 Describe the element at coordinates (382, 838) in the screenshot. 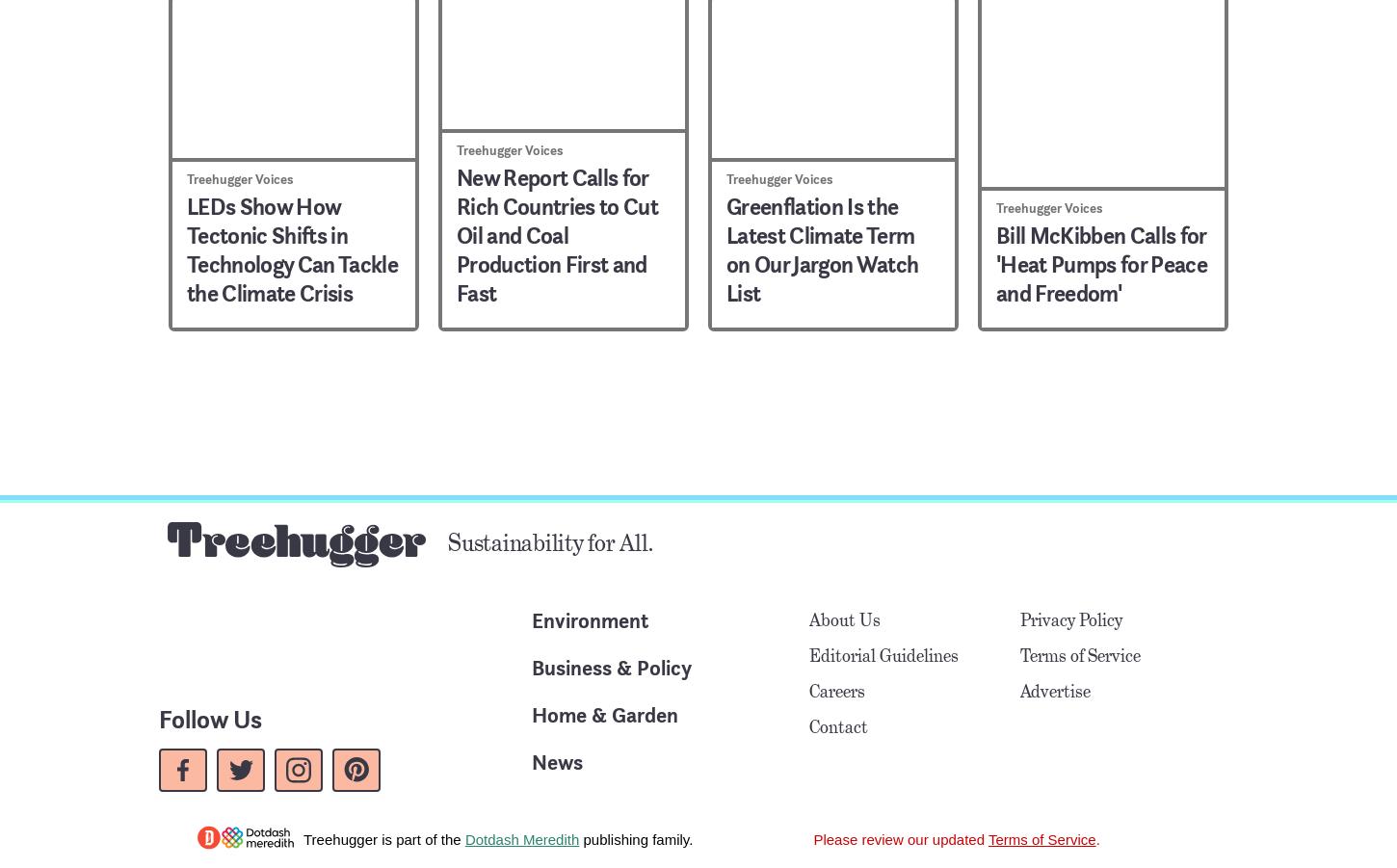

I see `'Treehugger is part of the'` at that location.